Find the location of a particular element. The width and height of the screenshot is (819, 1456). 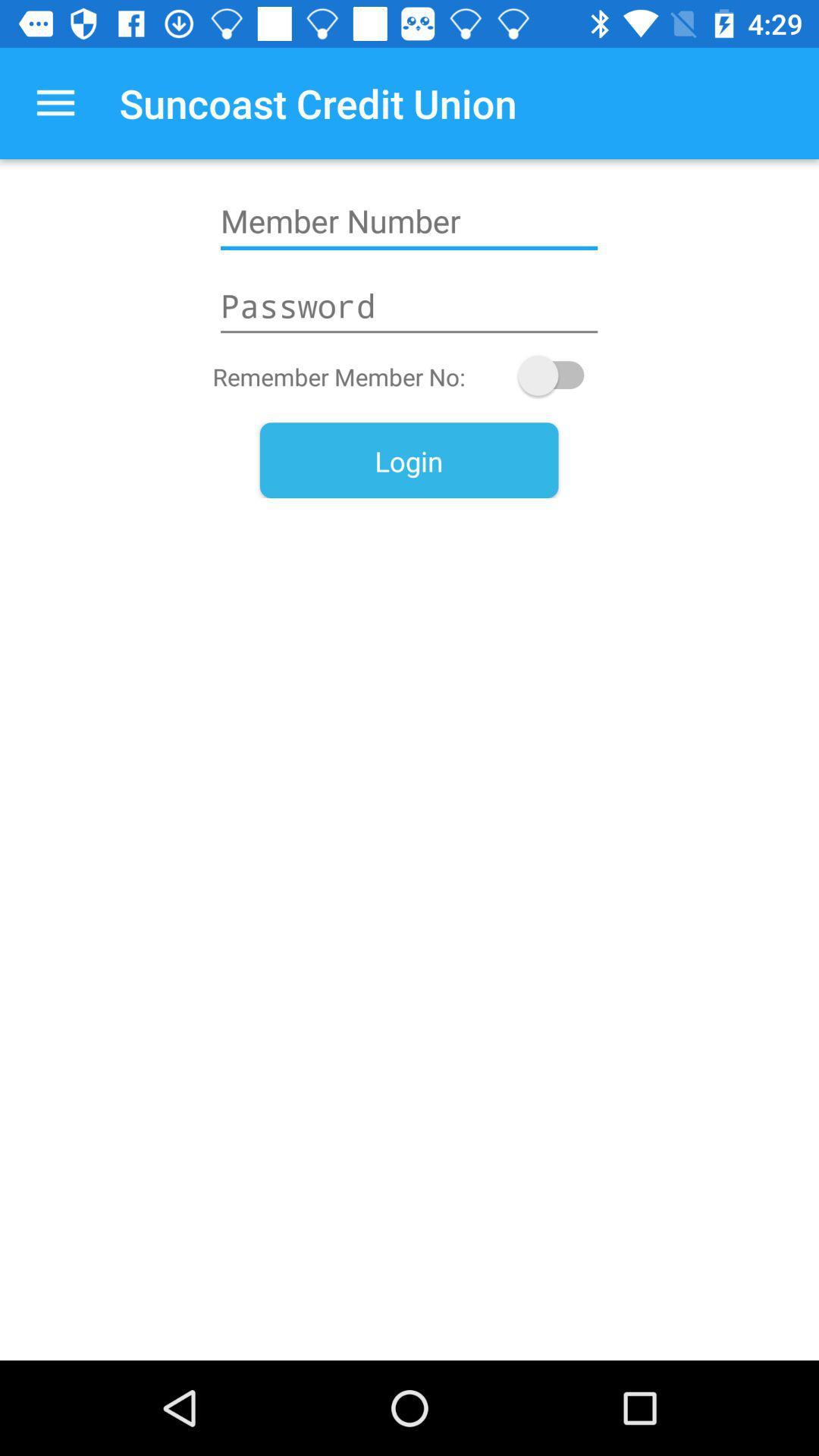

item next to remember member no: icon is located at coordinates (558, 375).